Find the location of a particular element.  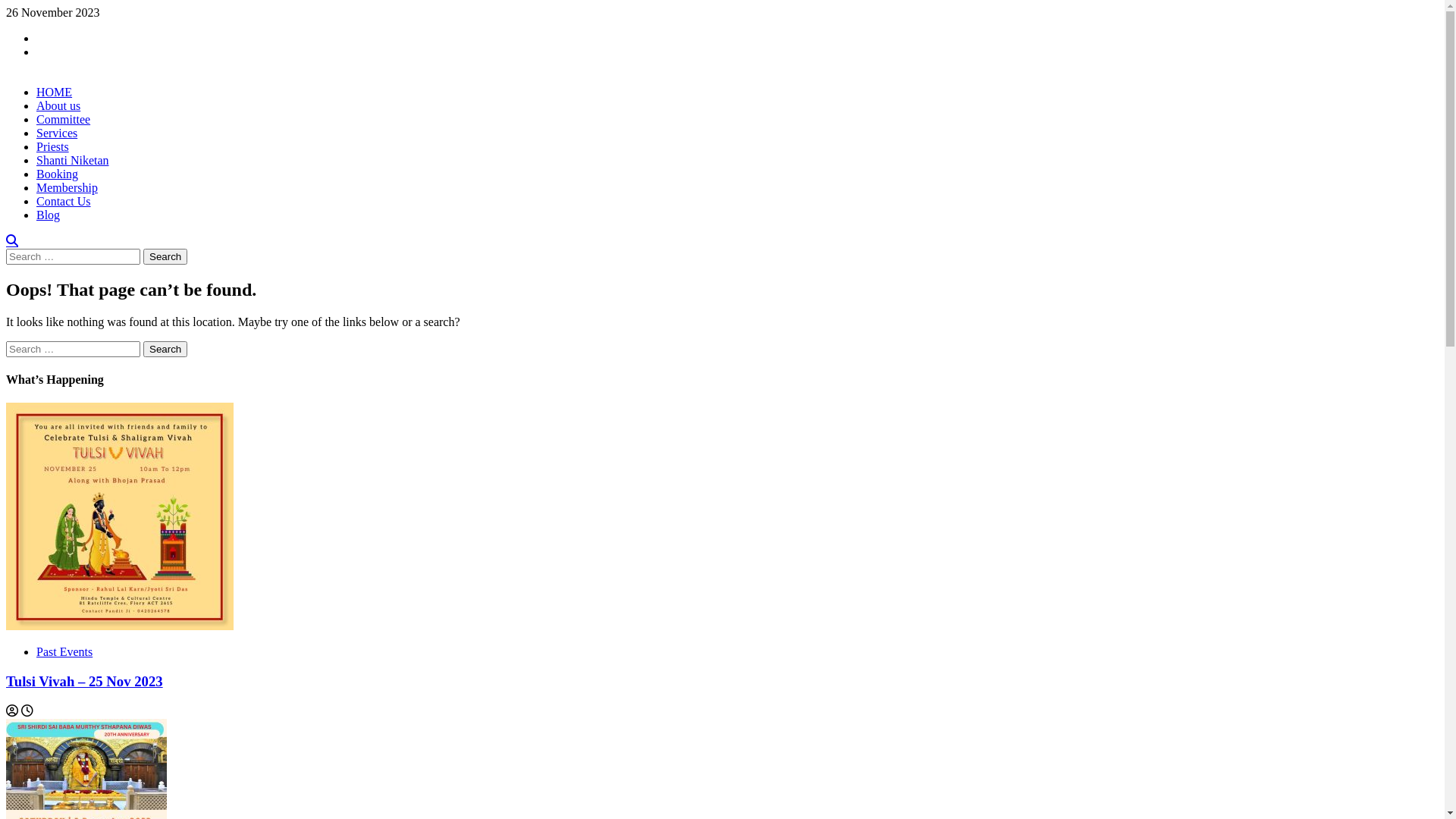

'Services' is located at coordinates (57, 132).